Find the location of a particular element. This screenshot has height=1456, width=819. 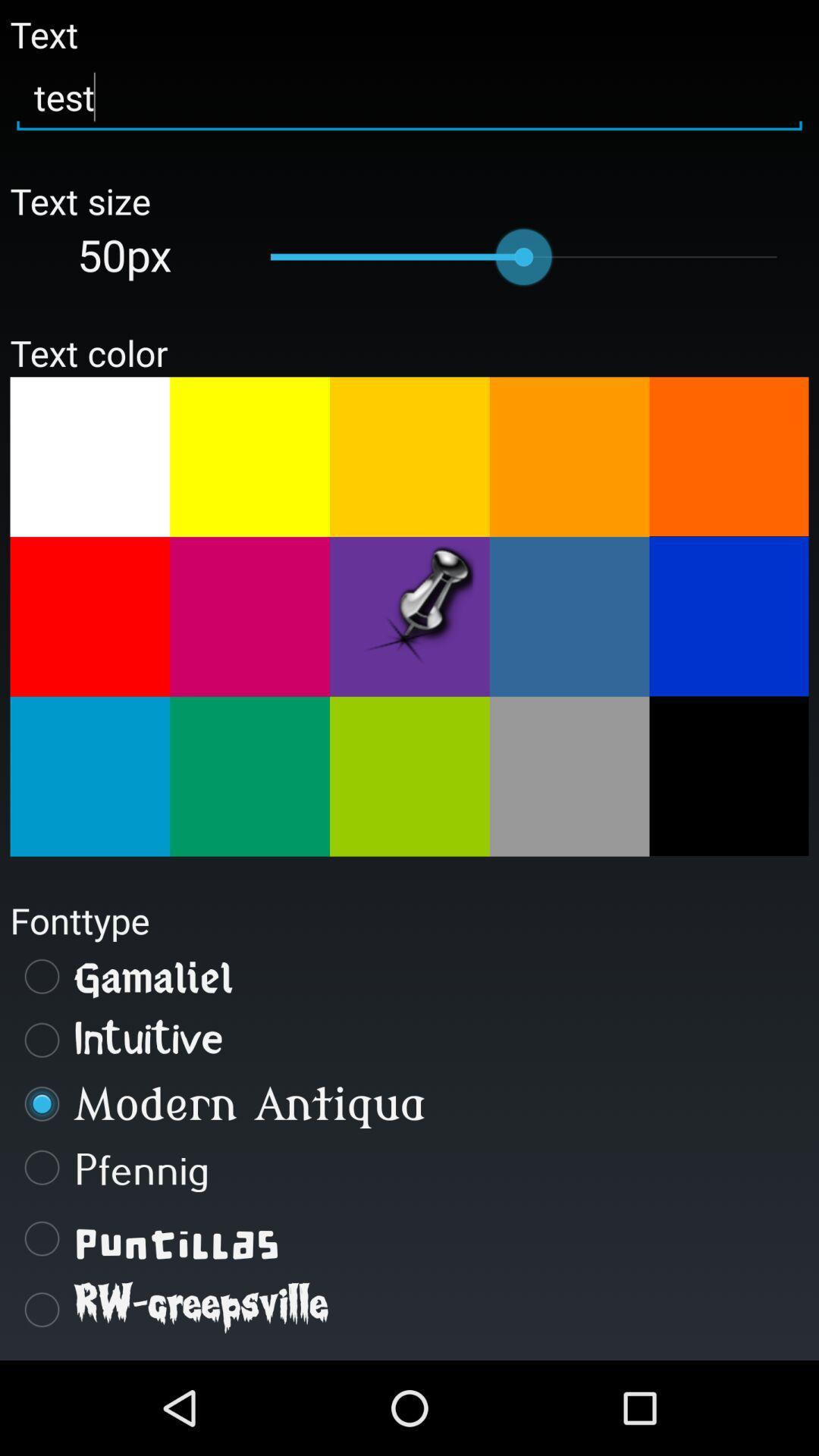

the yellow color image is located at coordinates (249, 456).